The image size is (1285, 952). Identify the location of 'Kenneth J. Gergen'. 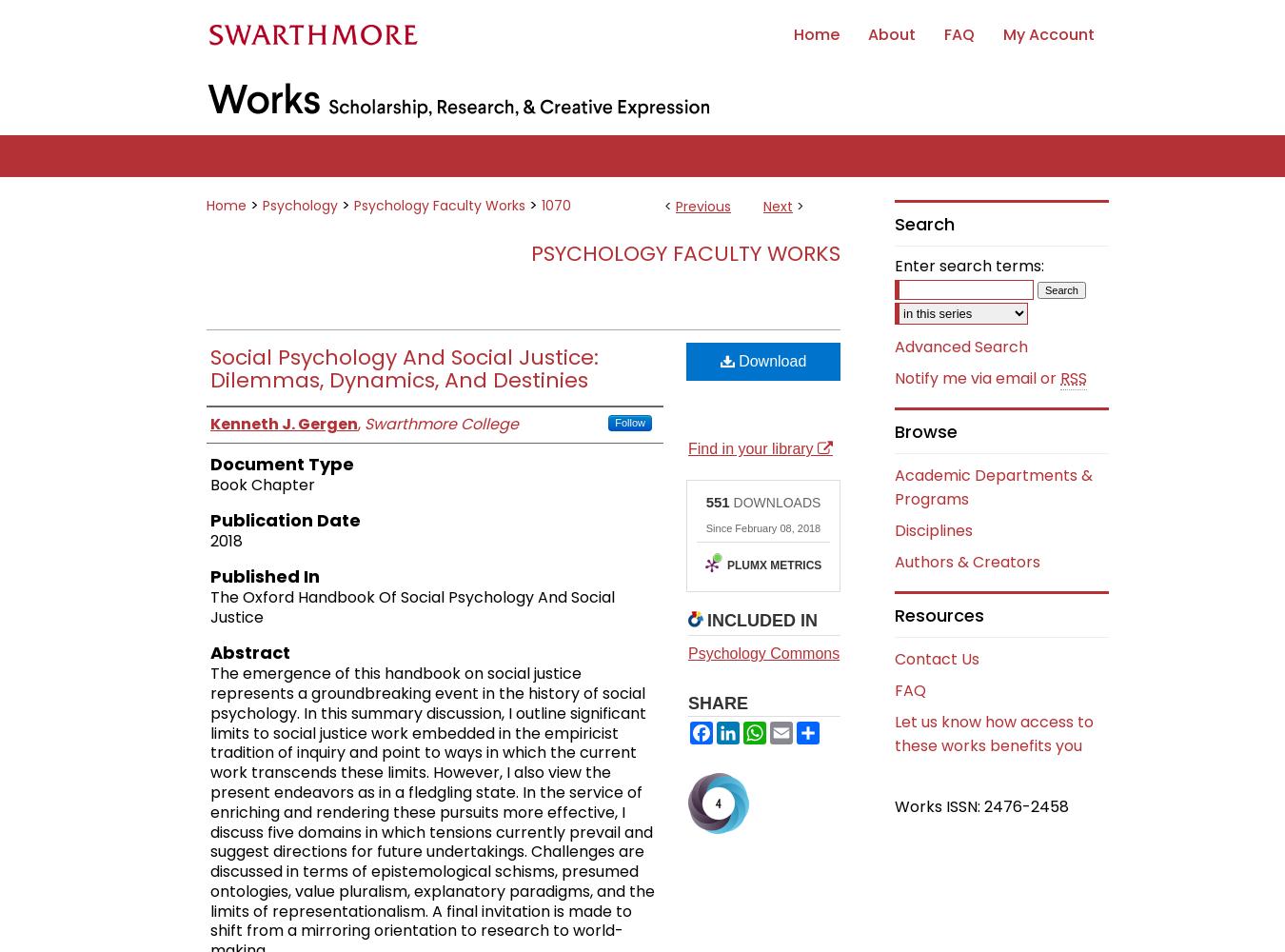
(283, 423).